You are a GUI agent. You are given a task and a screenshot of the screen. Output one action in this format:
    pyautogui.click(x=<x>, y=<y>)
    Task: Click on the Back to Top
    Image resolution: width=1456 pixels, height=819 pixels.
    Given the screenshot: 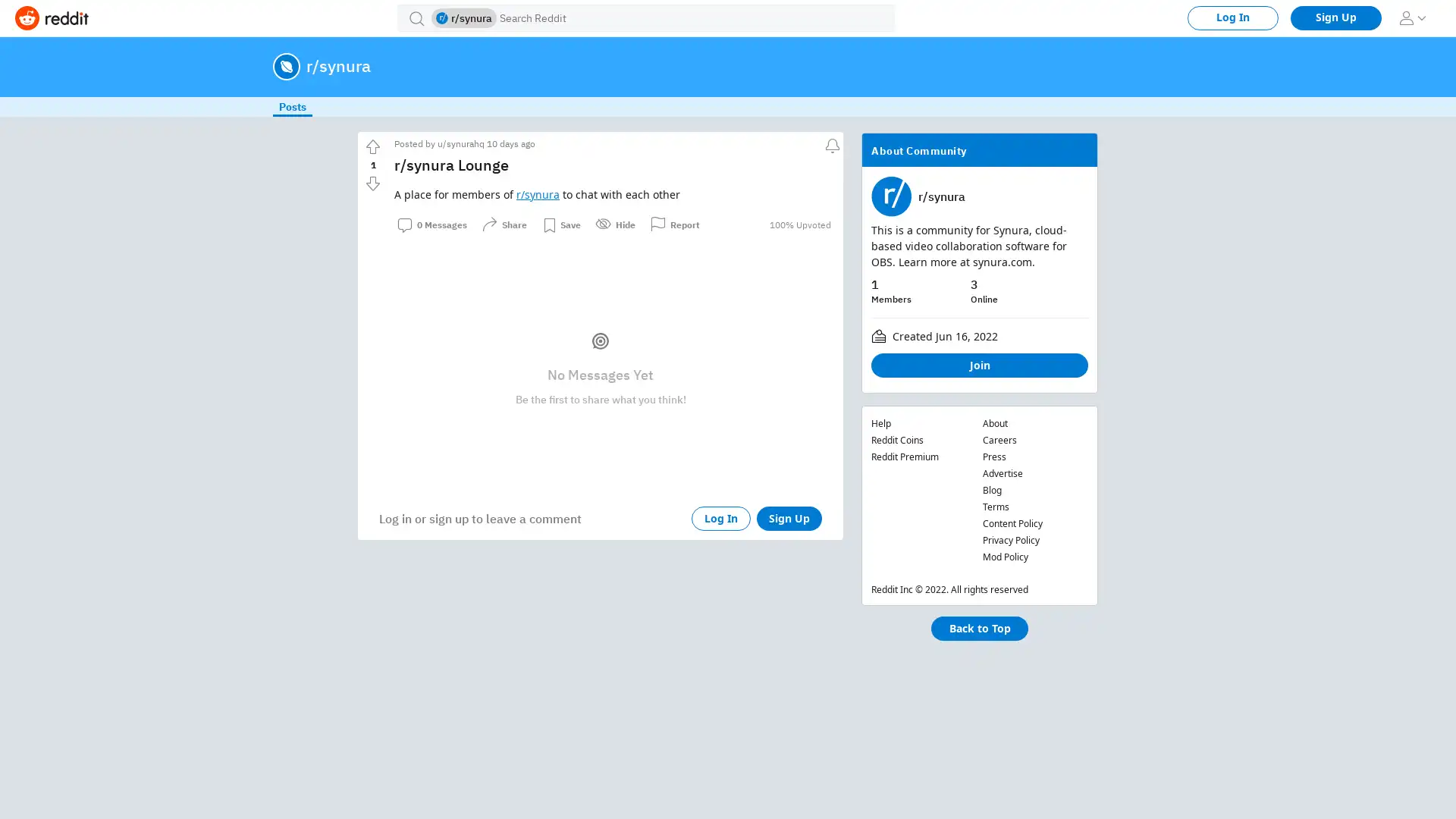 What is the action you would take?
    pyautogui.click(x=979, y=629)
    